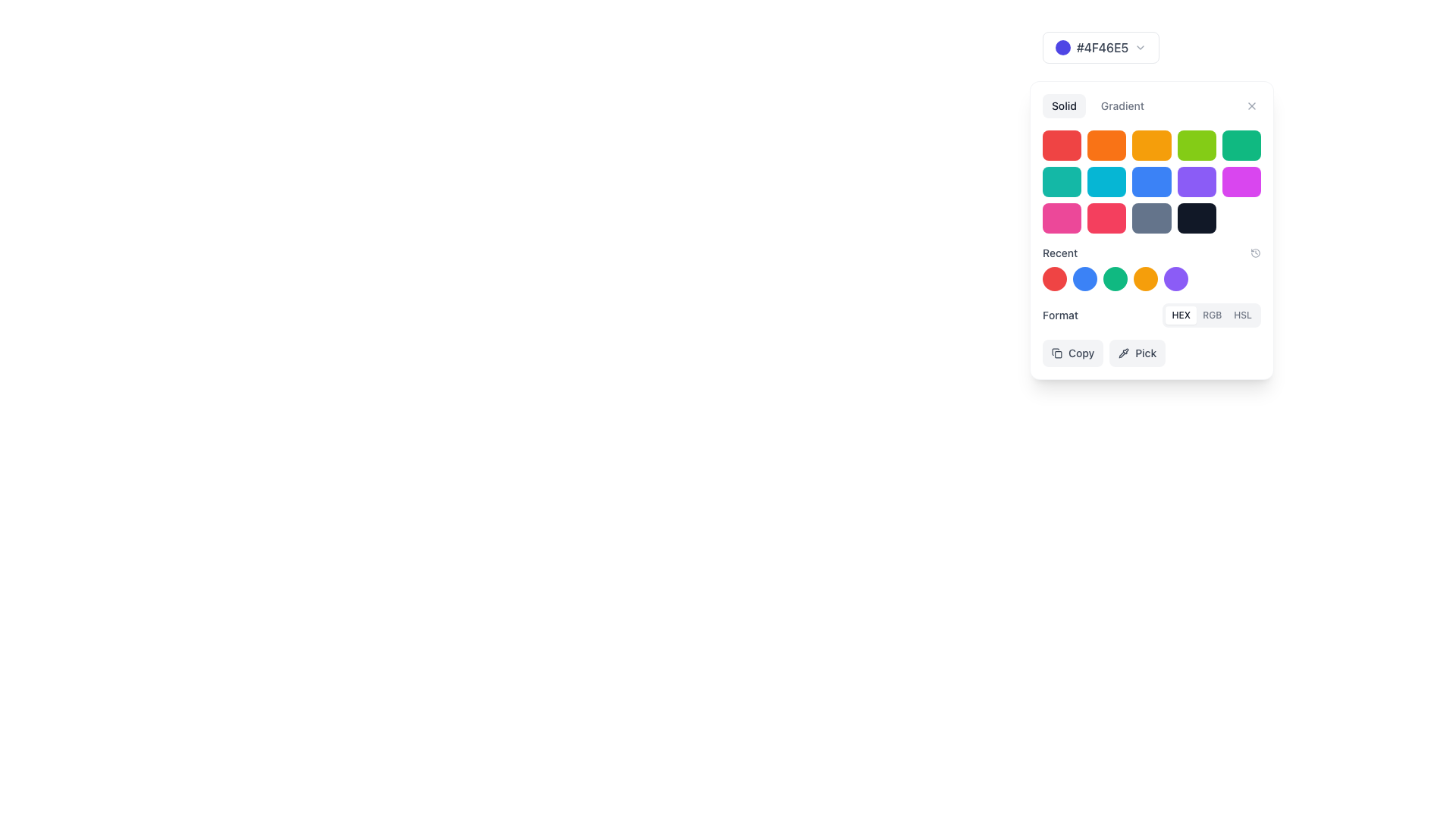 This screenshot has height=819, width=1456. What do you see at coordinates (1101, 46) in the screenshot?
I see `the first interactive button in the color selector interface` at bounding box center [1101, 46].